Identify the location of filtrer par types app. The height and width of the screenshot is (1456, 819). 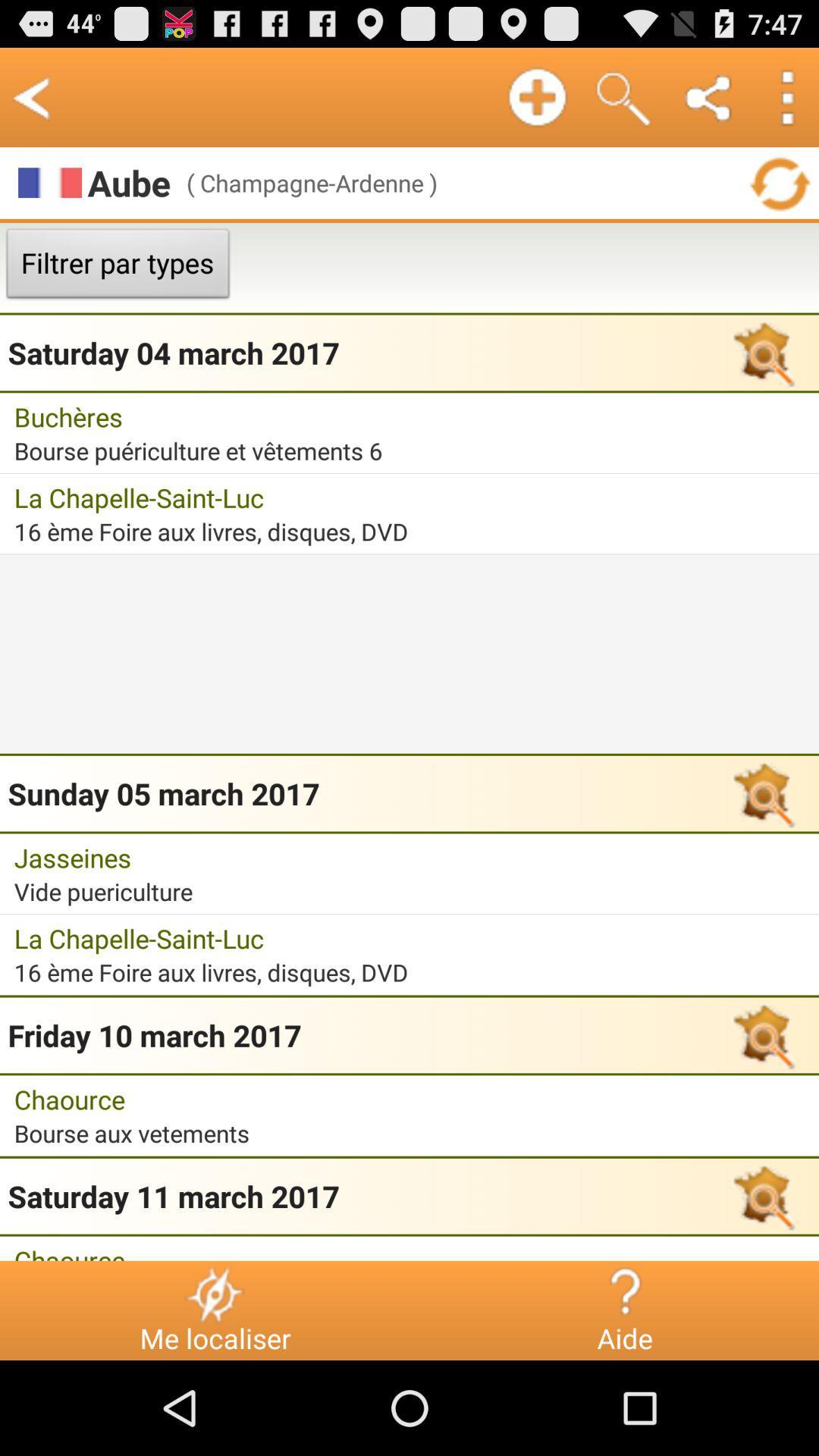
(117, 268).